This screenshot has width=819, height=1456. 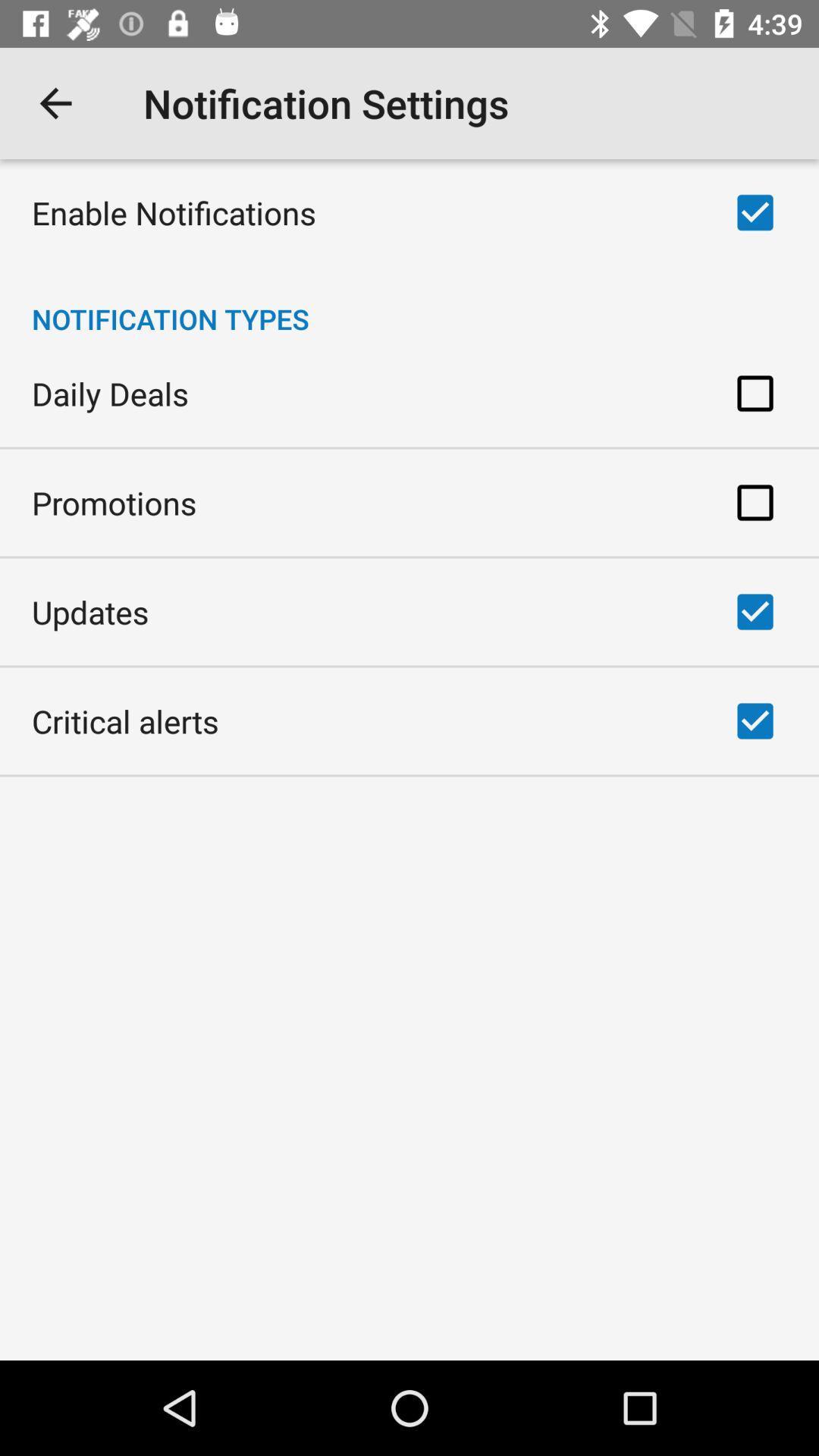 What do you see at coordinates (755, 212) in the screenshot?
I see `the enable notifications check box` at bounding box center [755, 212].